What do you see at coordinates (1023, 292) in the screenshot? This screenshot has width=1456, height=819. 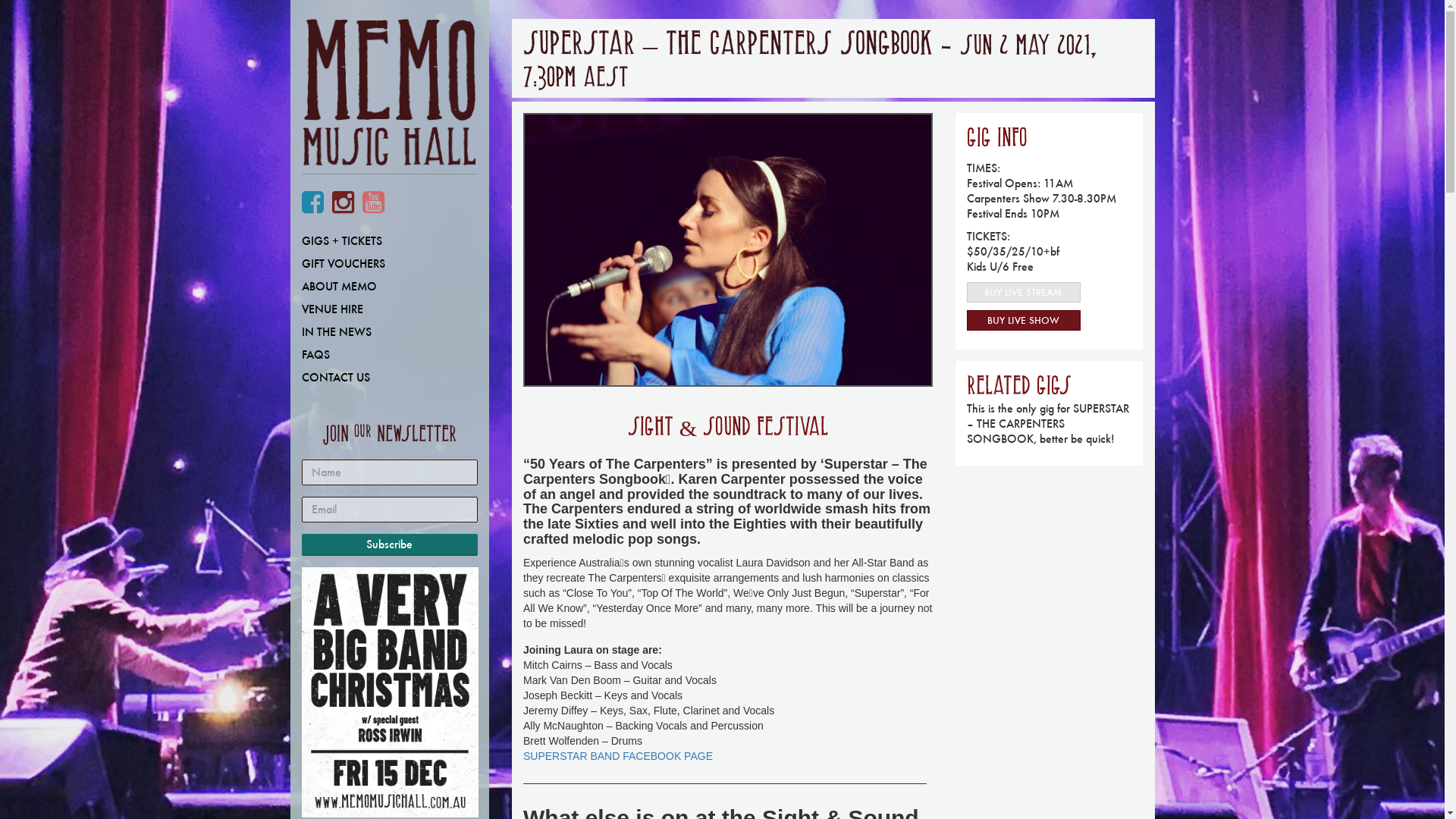 I see `'BUY LIVE STREAM'` at bounding box center [1023, 292].